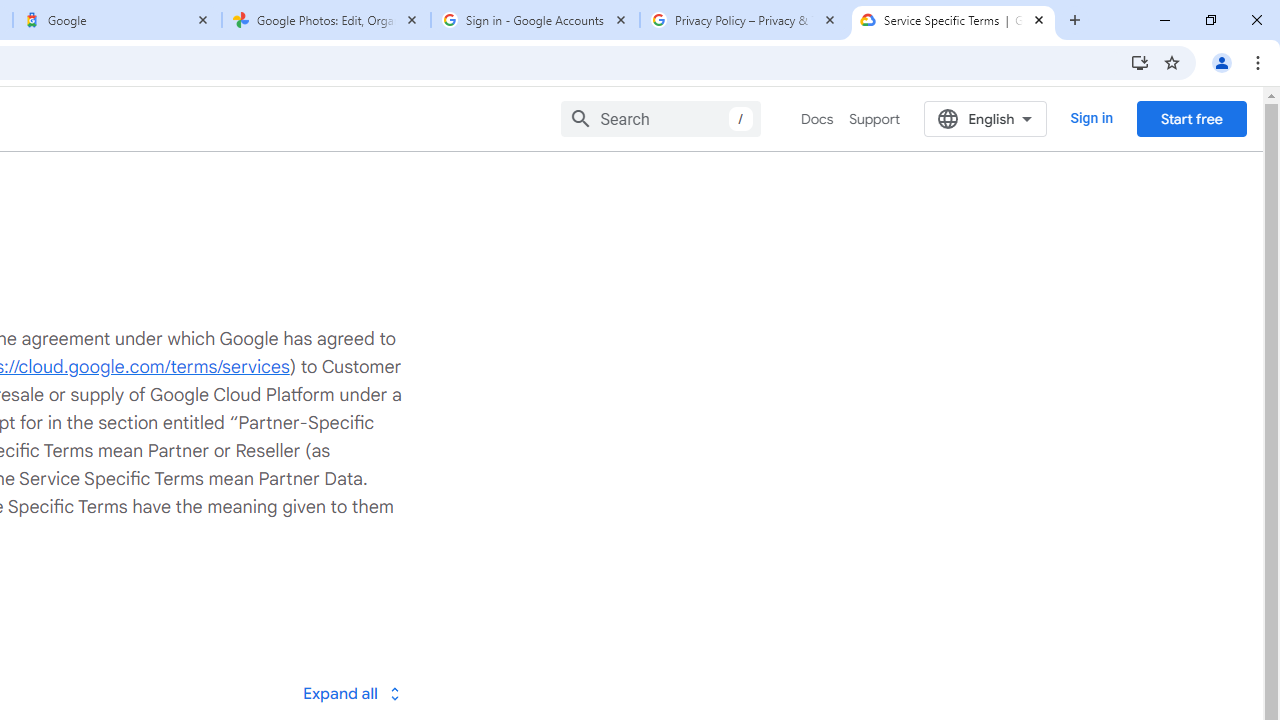  What do you see at coordinates (1171, 61) in the screenshot?
I see `'Bookmark this tab'` at bounding box center [1171, 61].